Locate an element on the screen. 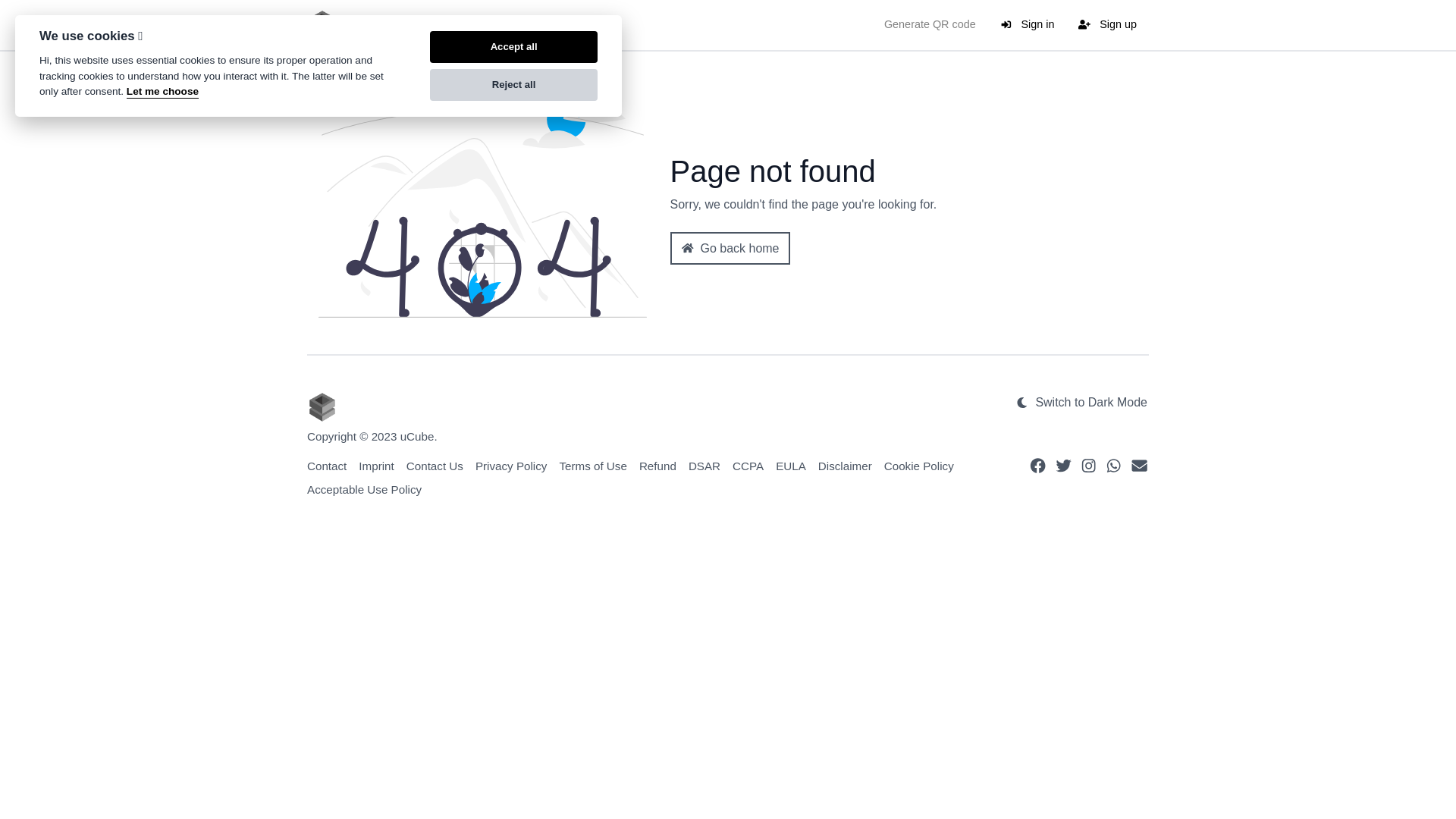 Image resolution: width=1456 pixels, height=819 pixels. 'Imprint' is located at coordinates (375, 465).